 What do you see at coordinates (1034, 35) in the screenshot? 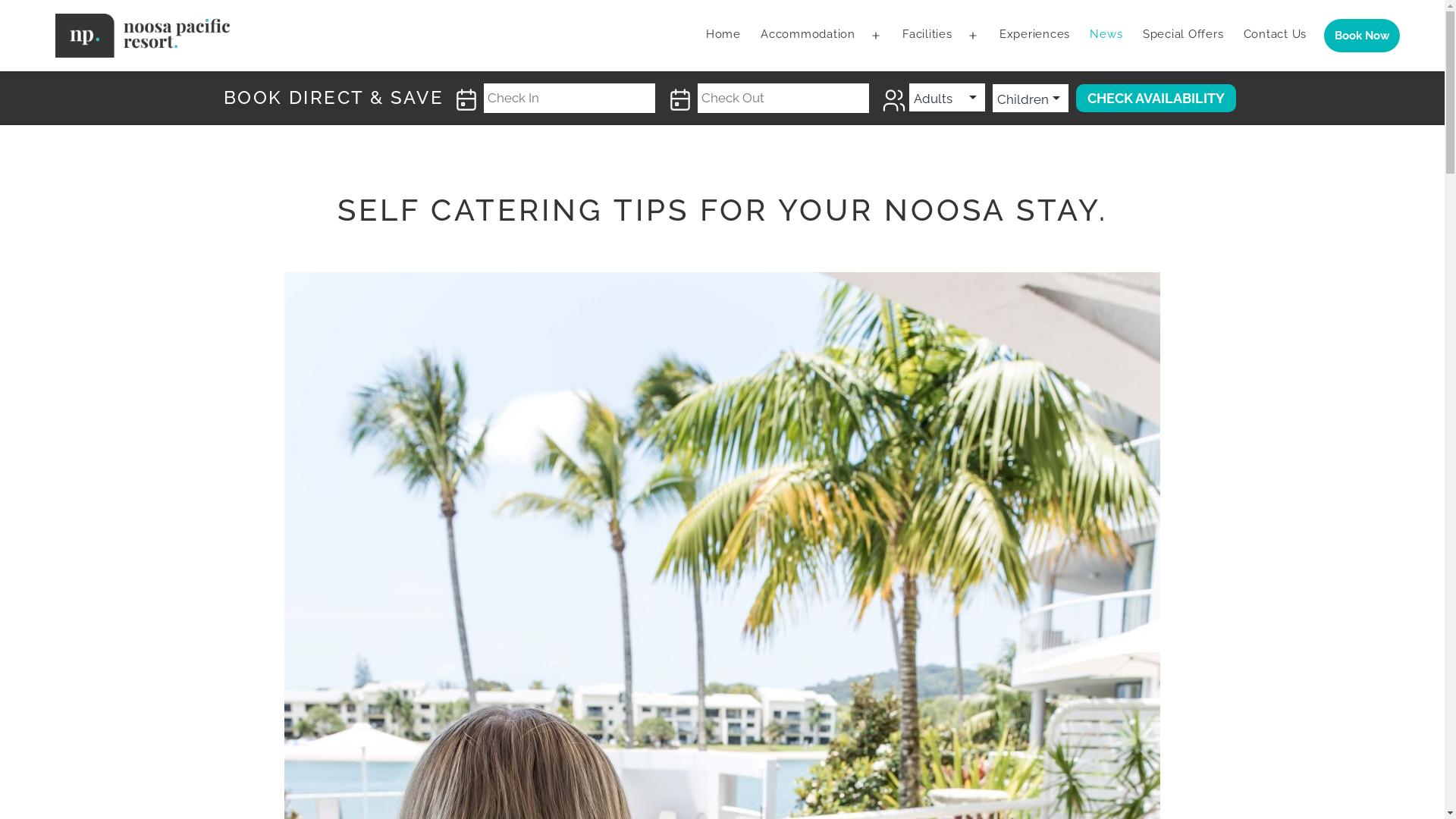
I see `'Experiences'` at bounding box center [1034, 35].